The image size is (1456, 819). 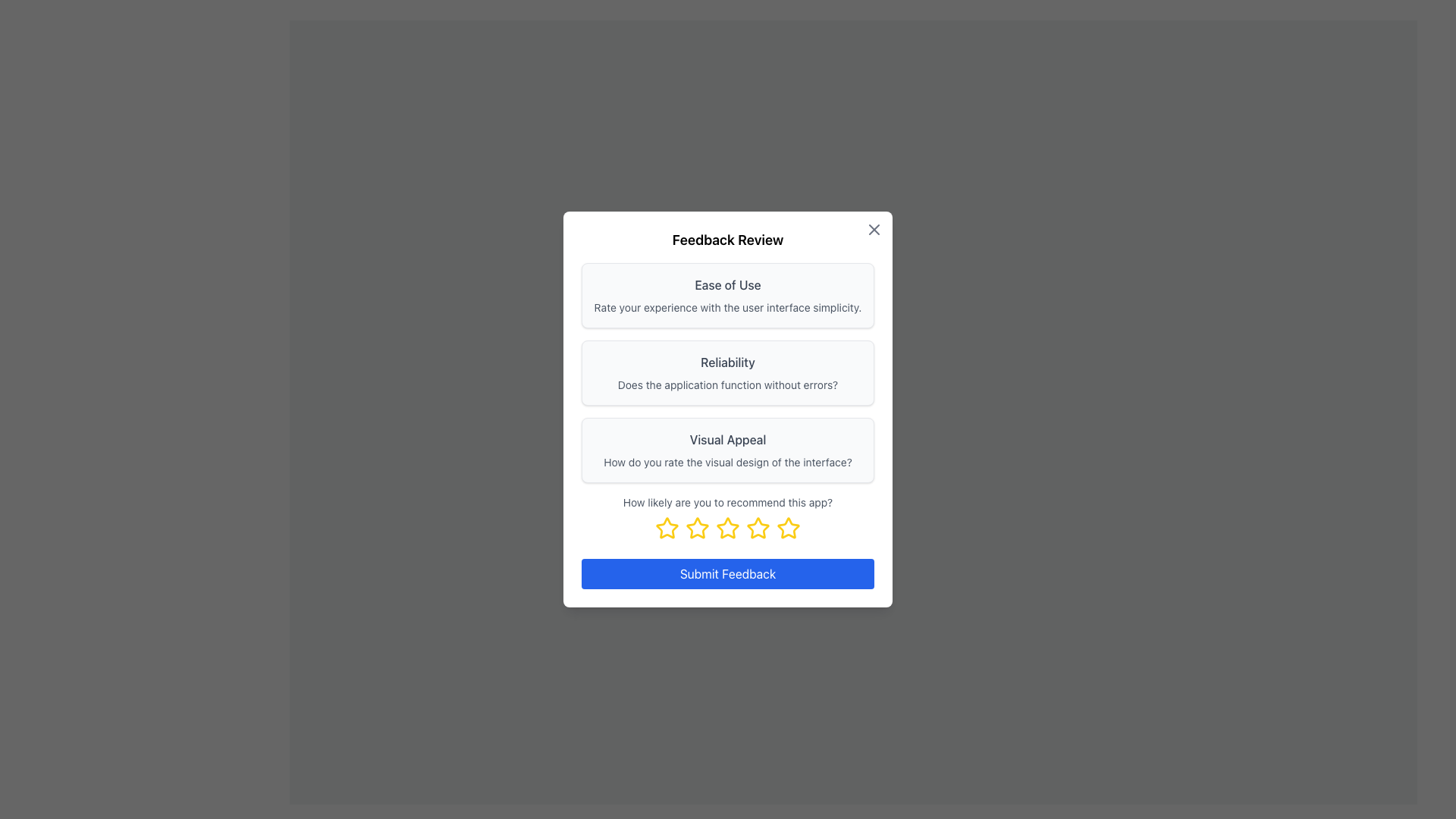 I want to click on the first yellow star icon in the rating interface, so click(x=667, y=528).